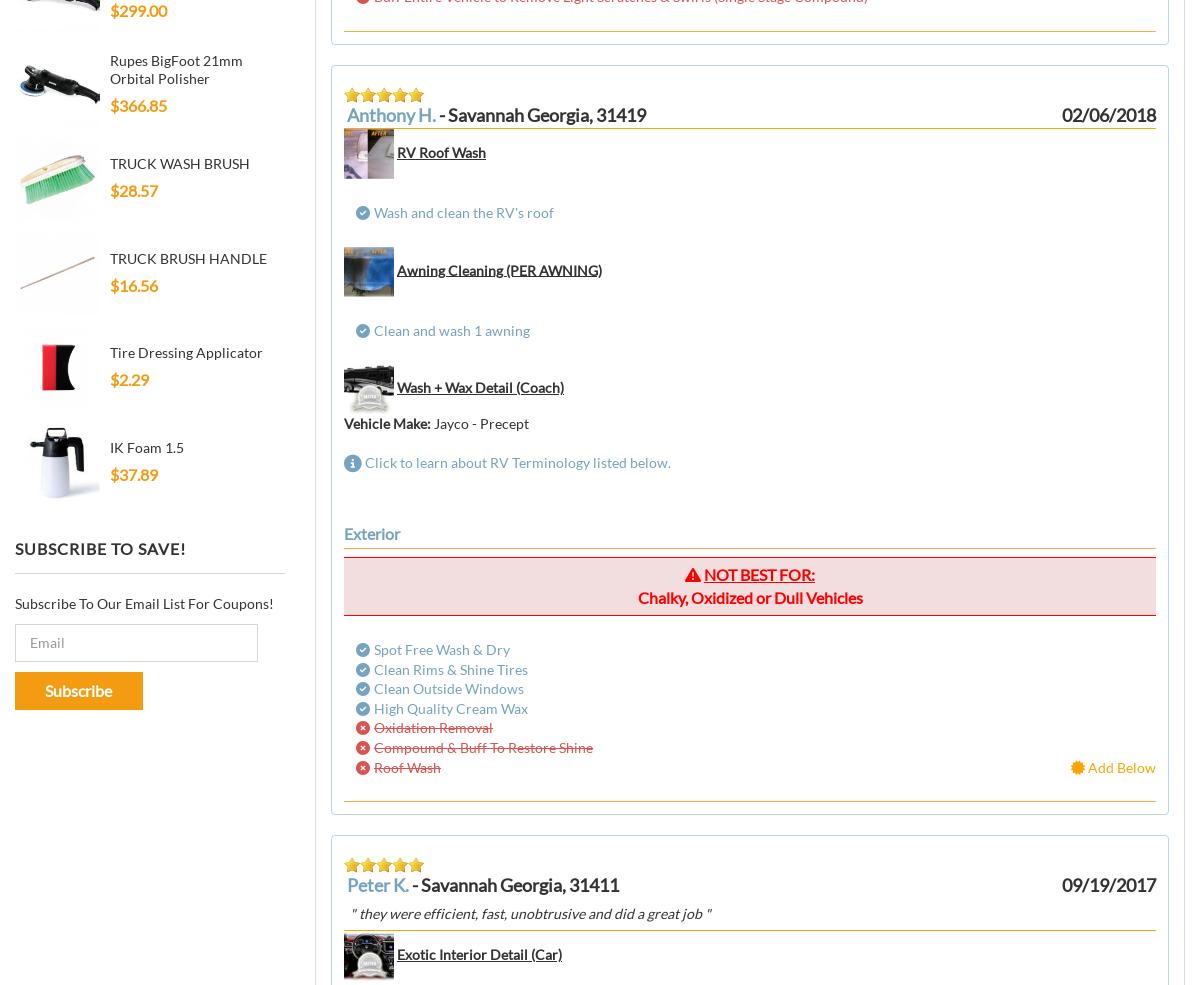 Image resolution: width=1200 pixels, height=985 pixels. What do you see at coordinates (545, 113) in the screenshot?
I see `'Savannah Georgia, 31419'` at bounding box center [545, 113].